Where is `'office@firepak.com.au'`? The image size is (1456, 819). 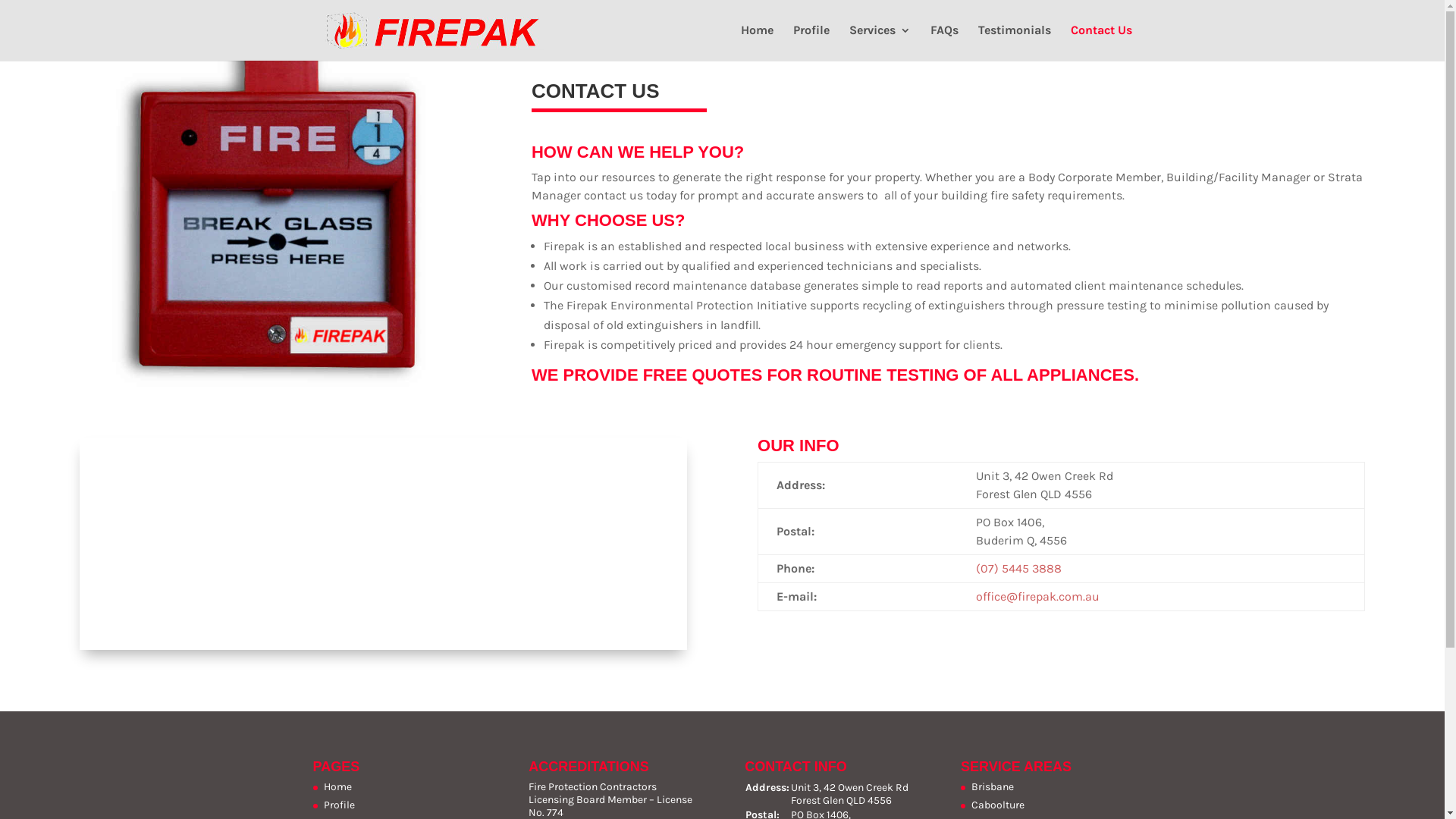
'office@firepak.com.au' is located at coordinates (1037, 595).